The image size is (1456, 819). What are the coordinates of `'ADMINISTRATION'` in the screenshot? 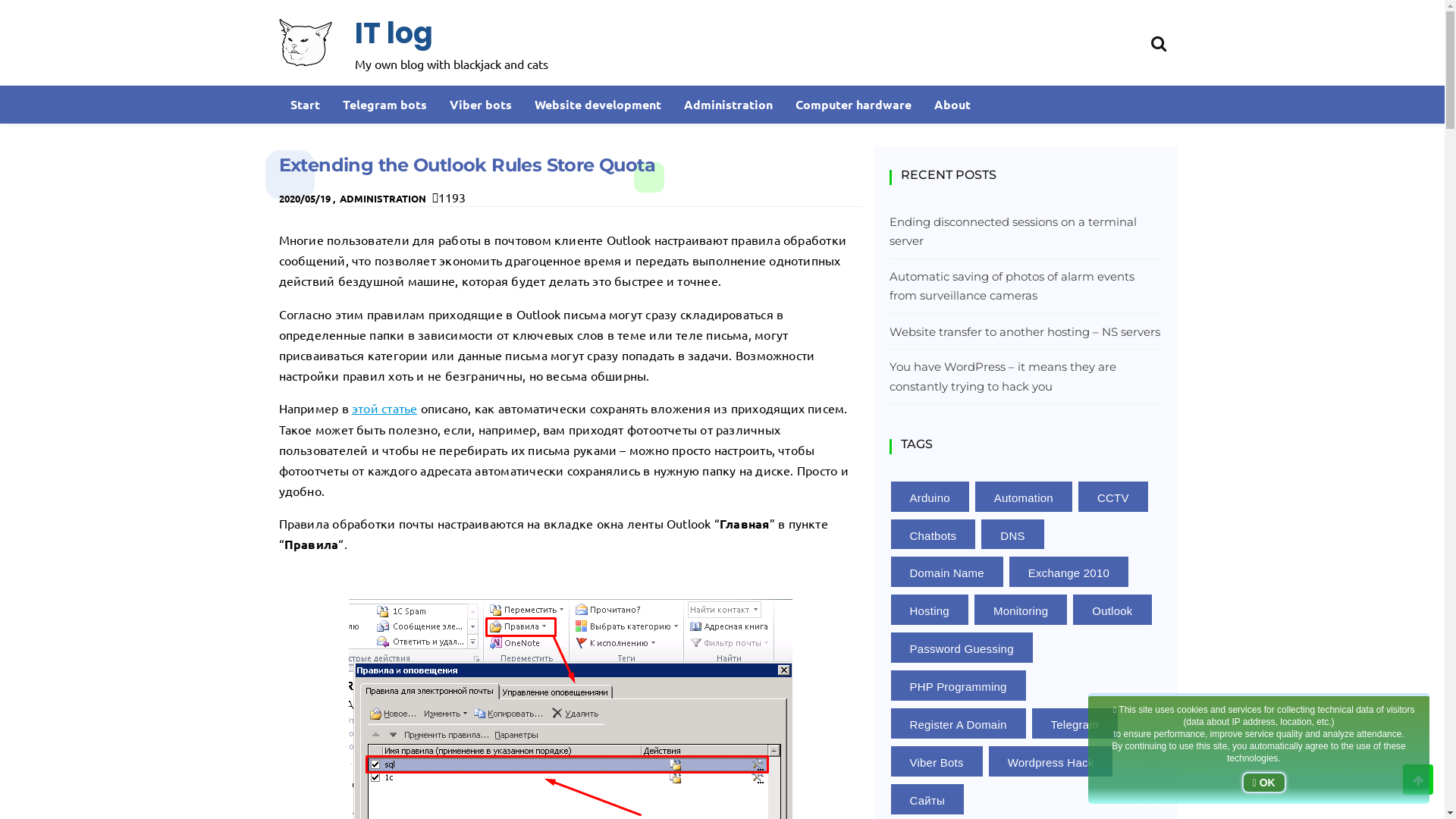 It's located at (382, 197).